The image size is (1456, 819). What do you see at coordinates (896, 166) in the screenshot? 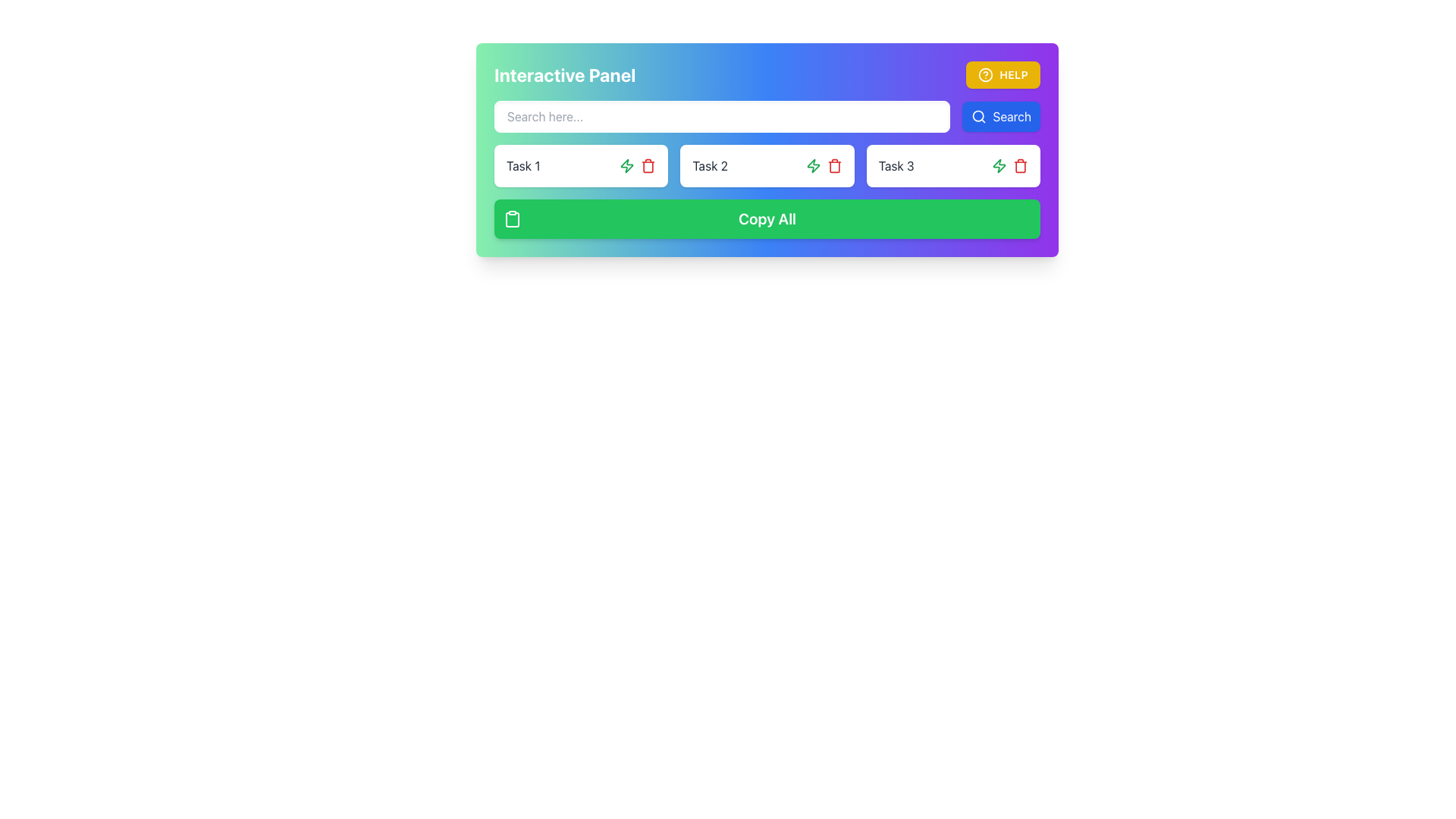
I see `the third task label in the horizontal series located within the blue and green gradient panel near the bottom` at bounding box center [896, 166].